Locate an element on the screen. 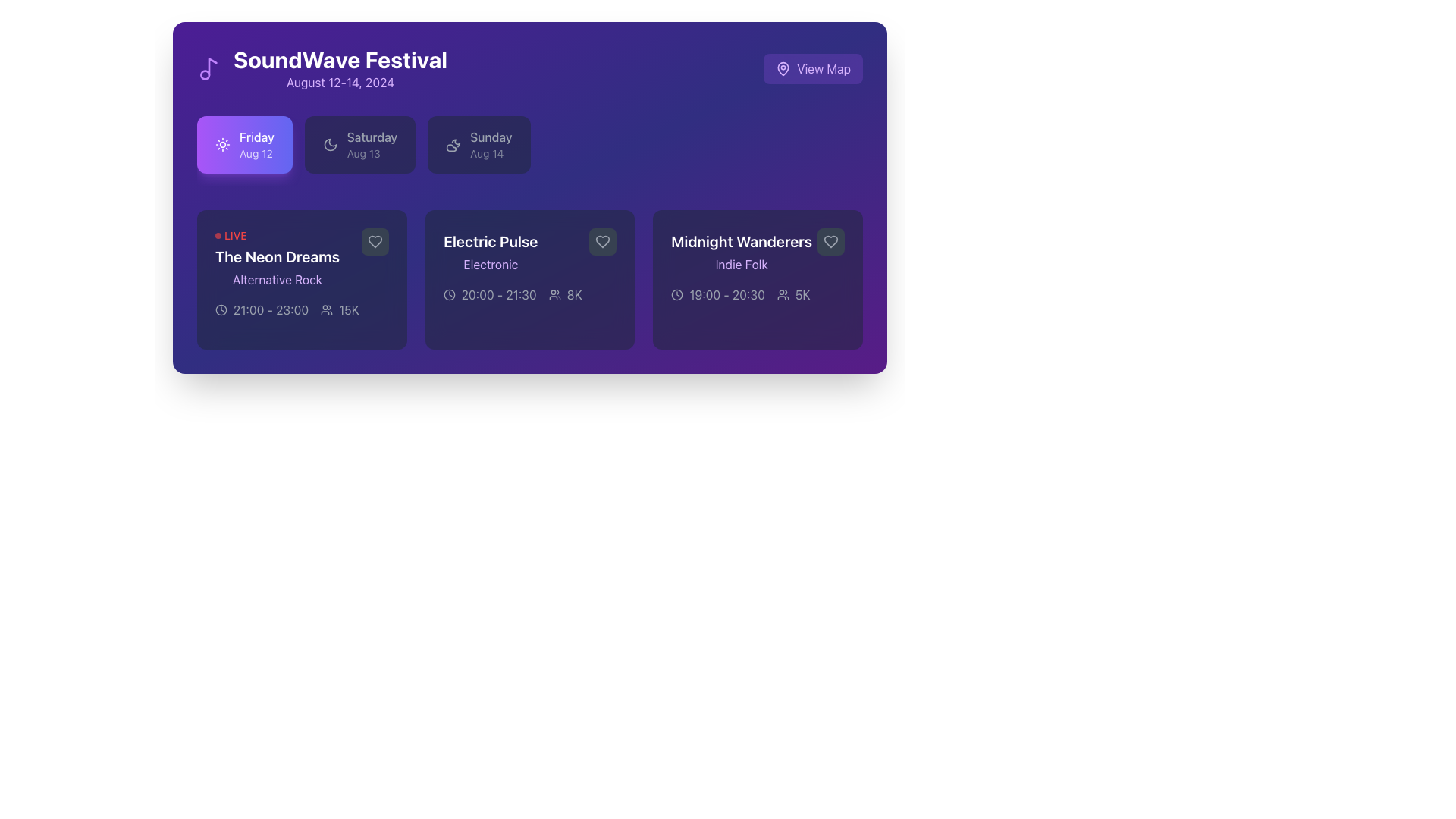 The image size is (1456, 819). the live status represented by the animated indicator located at the top-left corner of the purple card for the event titled 'The Neon Dreams' is located at coordinates (230, 236).